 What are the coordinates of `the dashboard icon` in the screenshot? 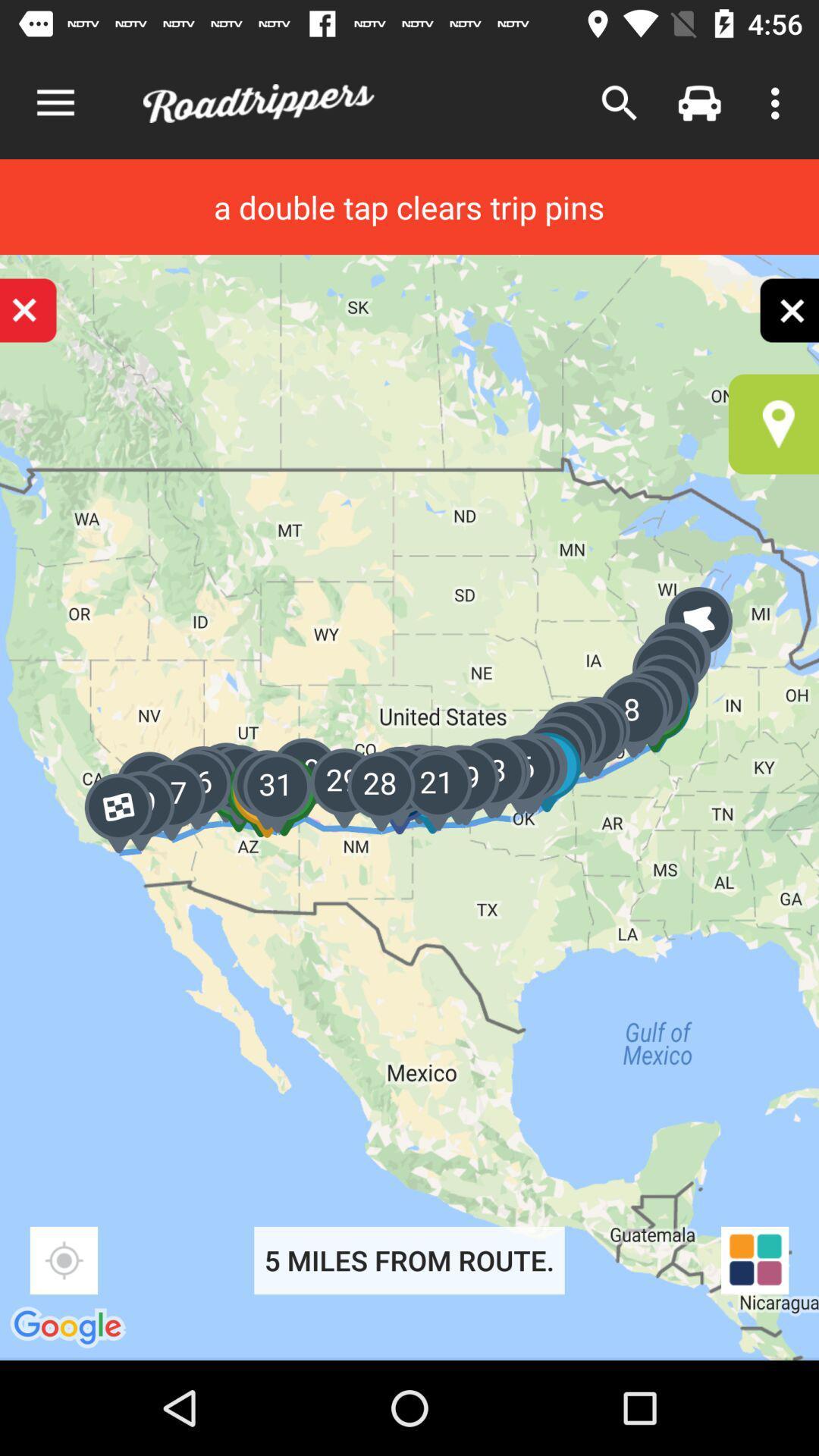 It's located at (755, 1260).